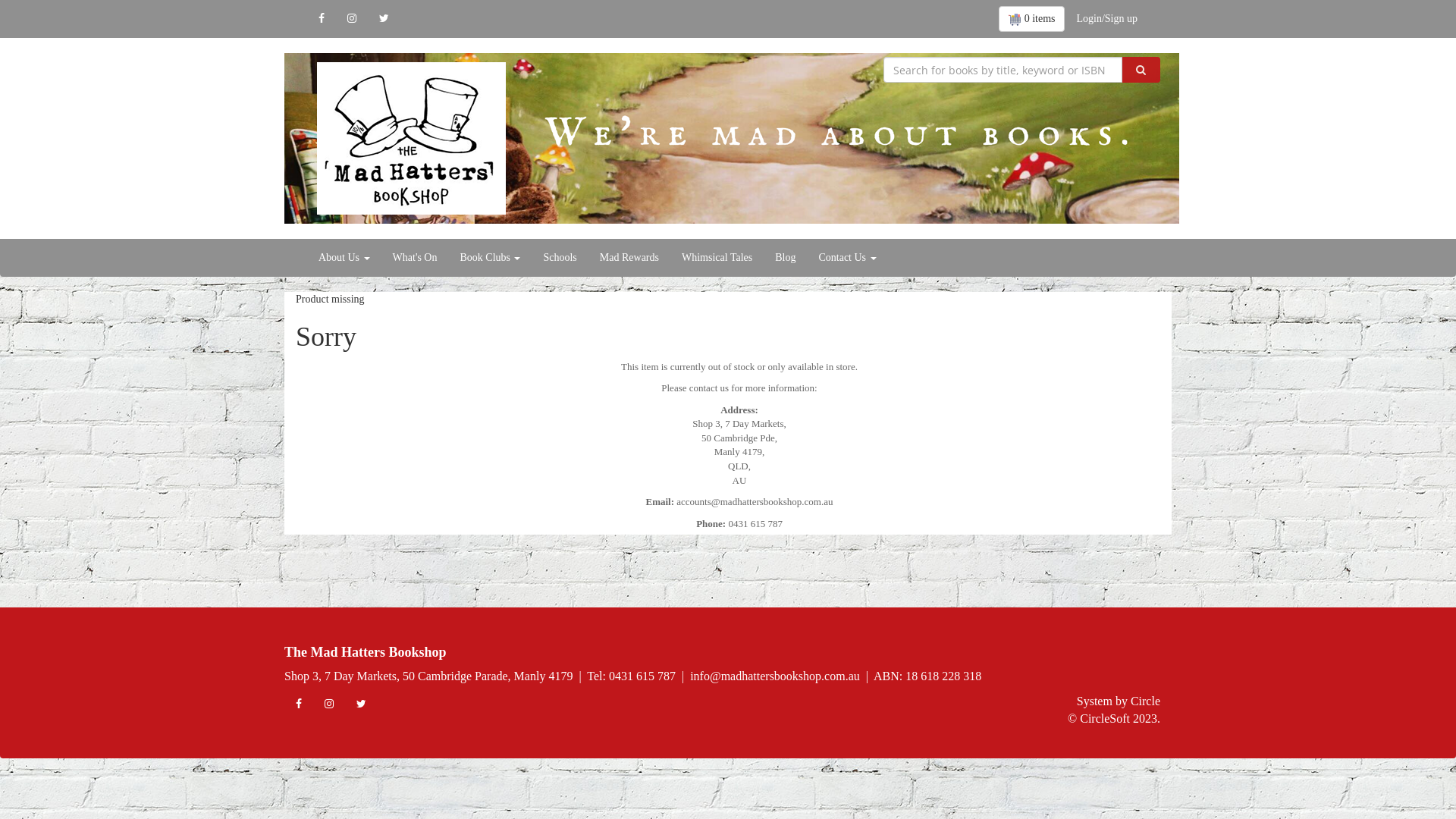 The width and height of the screenshot is (1456, 819). Describe the element at coordinates (1076, 701) in the screenshot. I see `'System by Circle'` at that location.